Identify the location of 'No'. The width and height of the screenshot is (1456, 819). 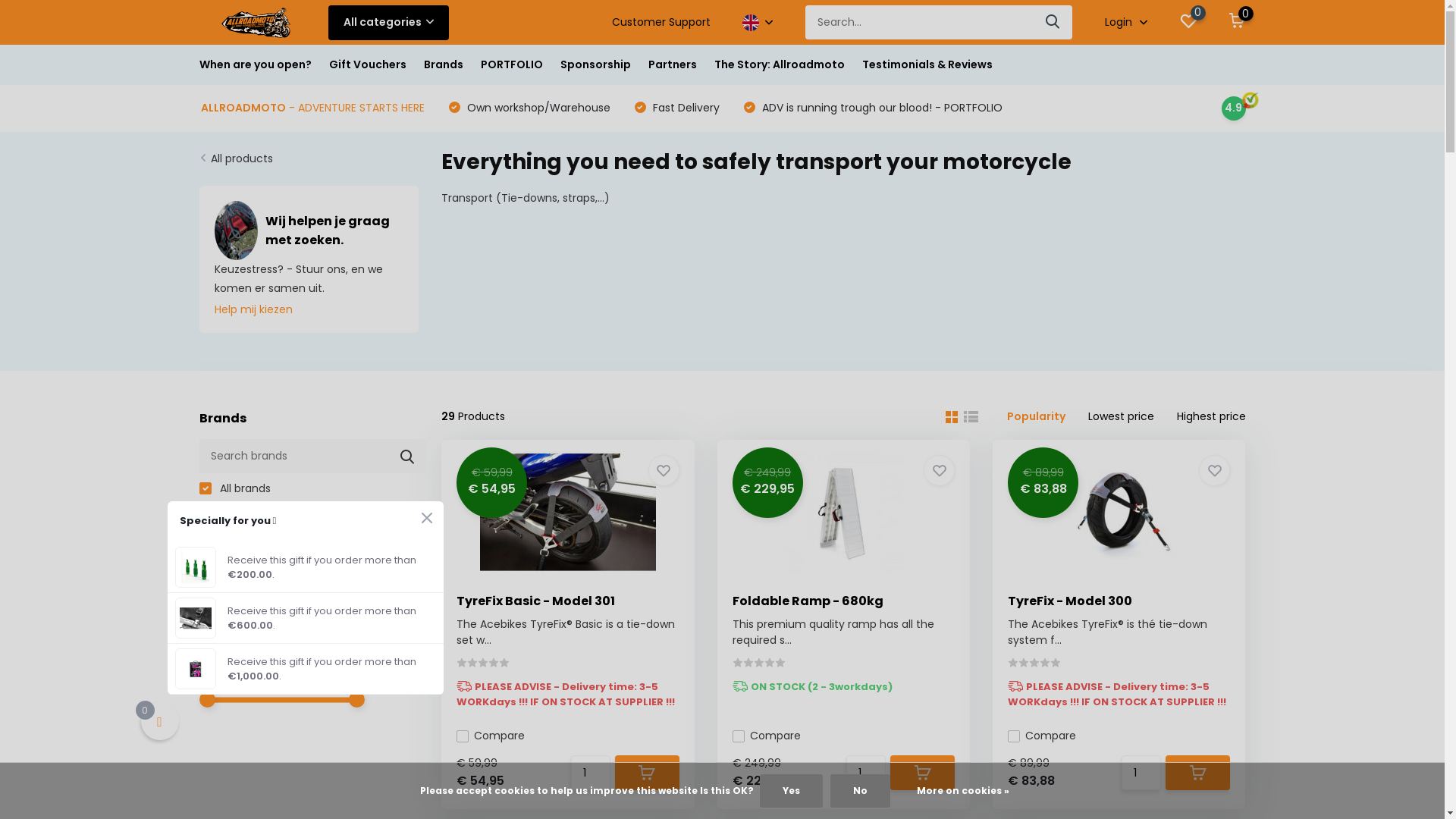
(860, 789).